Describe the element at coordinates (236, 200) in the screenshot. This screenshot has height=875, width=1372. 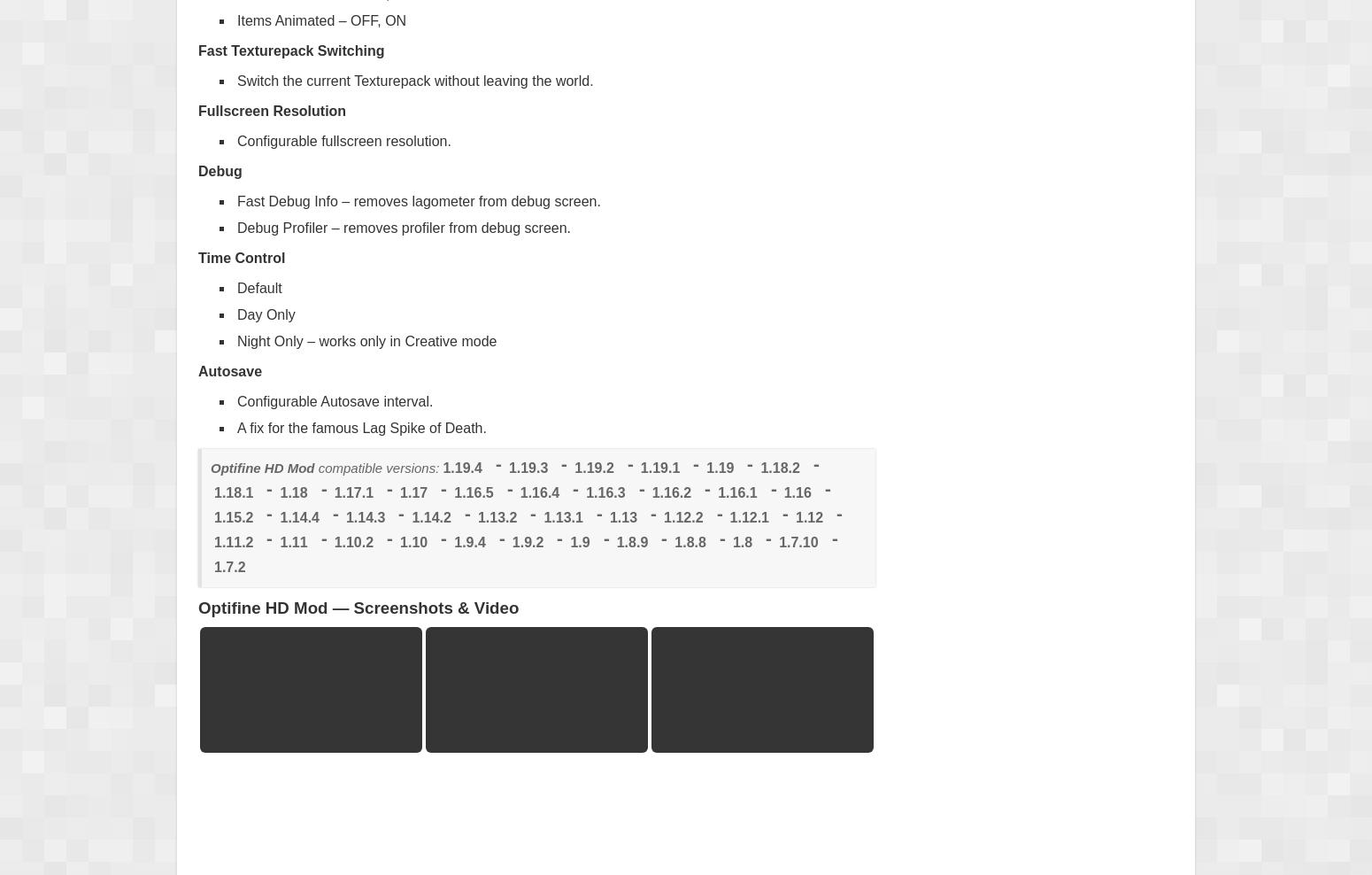
I see `'Fast Debug Info – removes lagometer from debug screen.'` at that location.